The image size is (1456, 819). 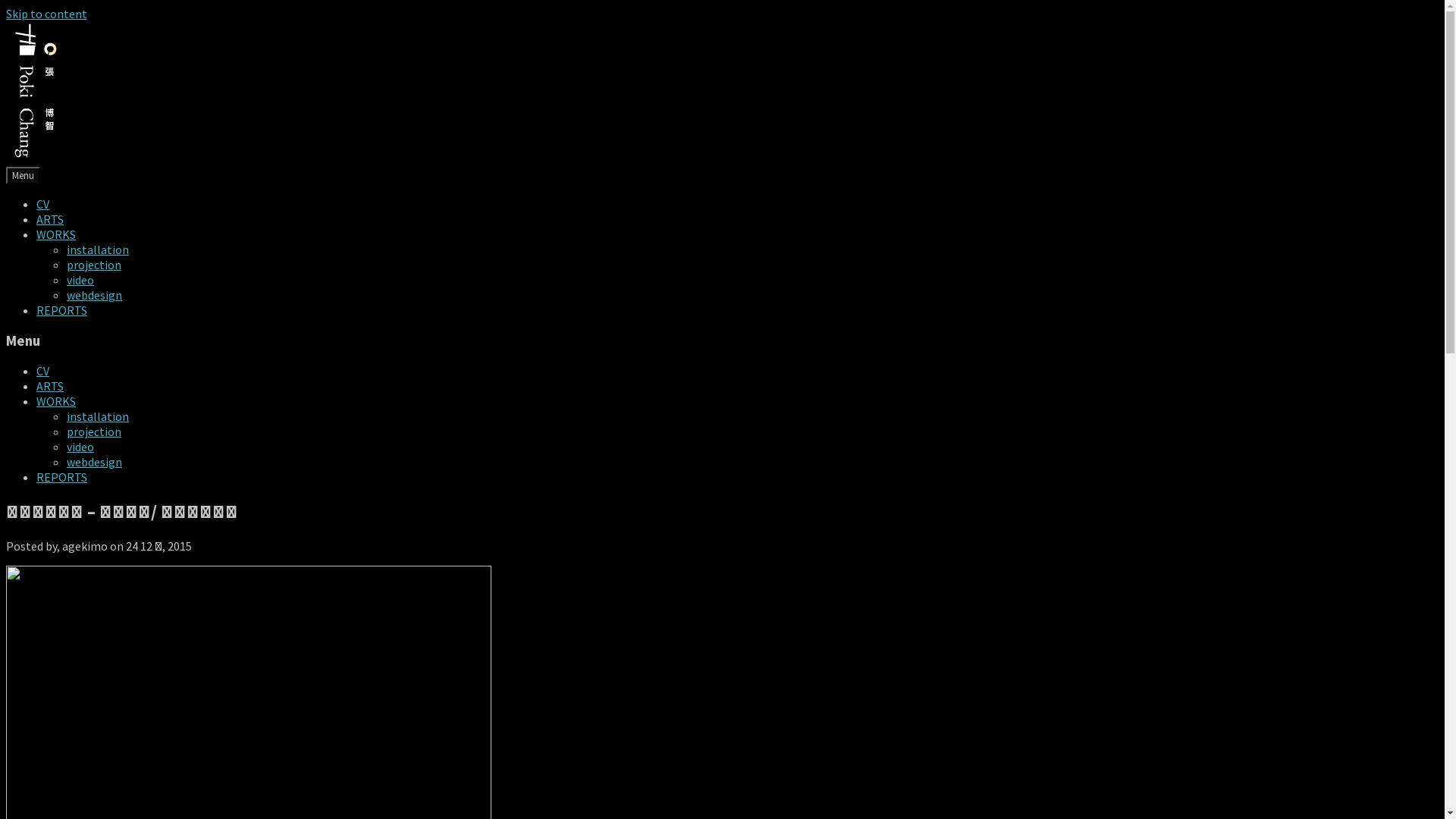 I want to click on 'projection', so click(x=93, y=263).